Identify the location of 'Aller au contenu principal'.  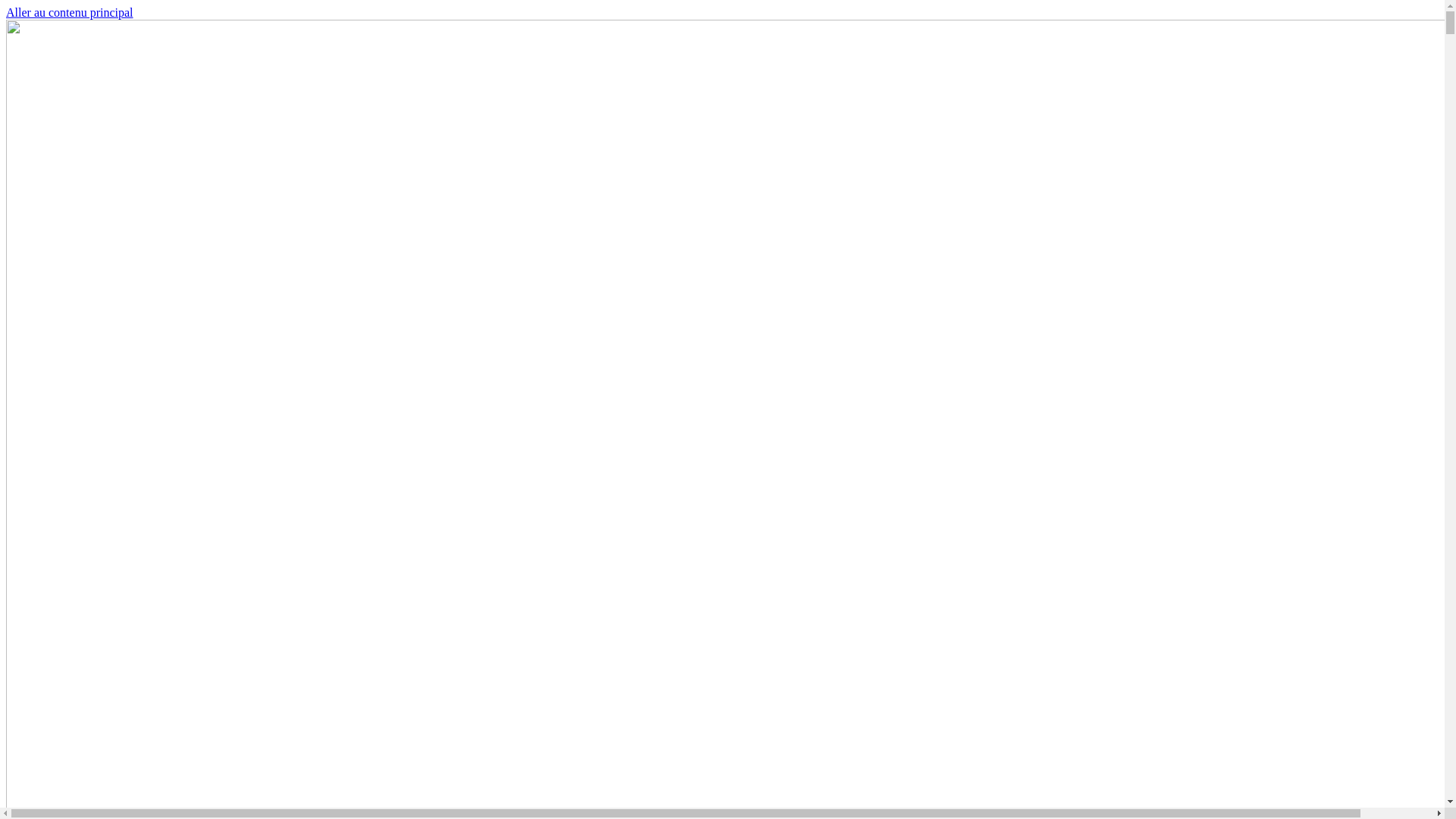
(68, 12).